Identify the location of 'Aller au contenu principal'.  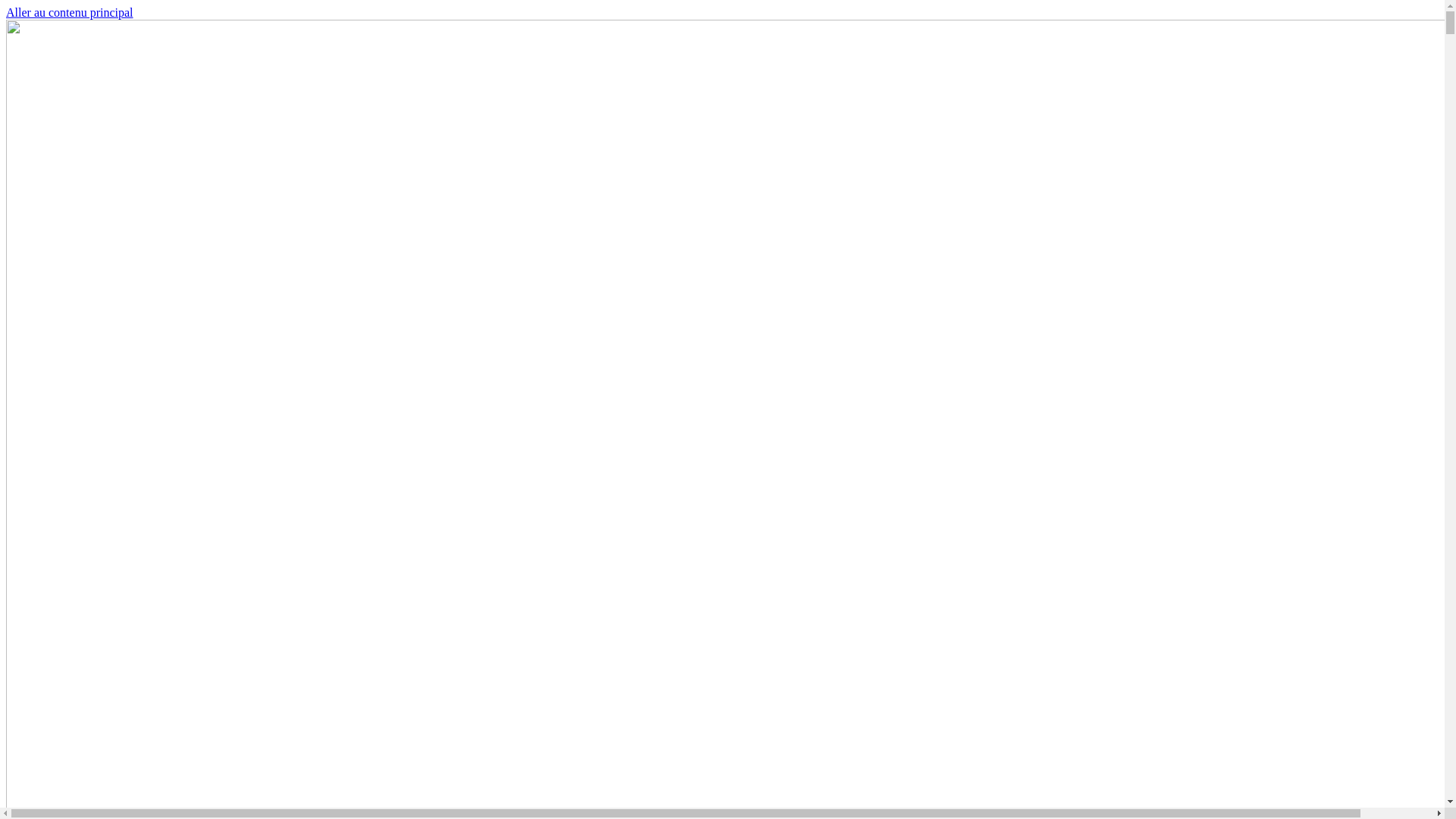
(68, 12).